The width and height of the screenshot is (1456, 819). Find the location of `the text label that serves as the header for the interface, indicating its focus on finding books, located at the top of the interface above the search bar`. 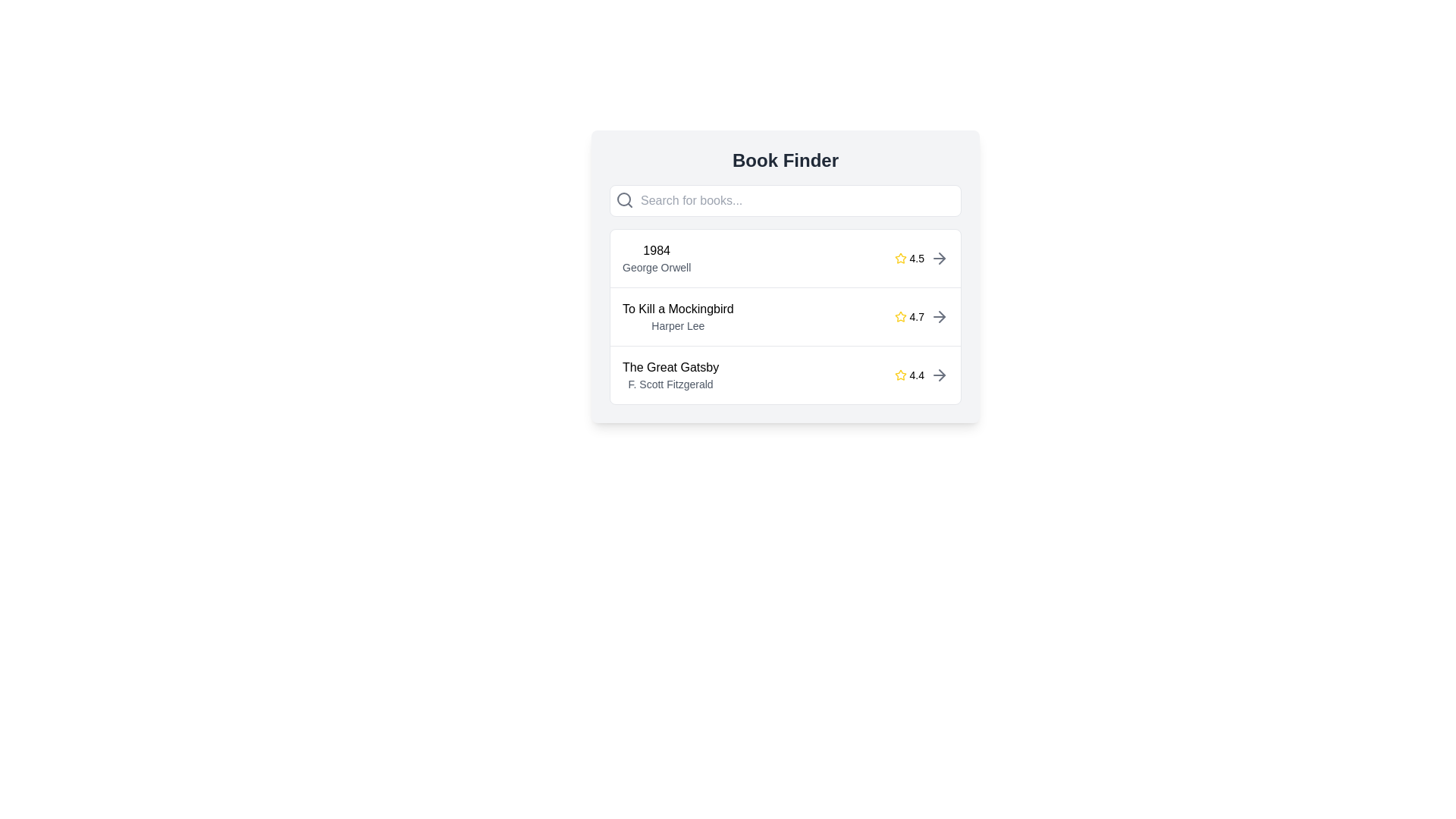

the text label that serves as the header for the interface, indicating its focus on finding books, located at the top of the interface above the search bar is located at coordinates (786, 161).